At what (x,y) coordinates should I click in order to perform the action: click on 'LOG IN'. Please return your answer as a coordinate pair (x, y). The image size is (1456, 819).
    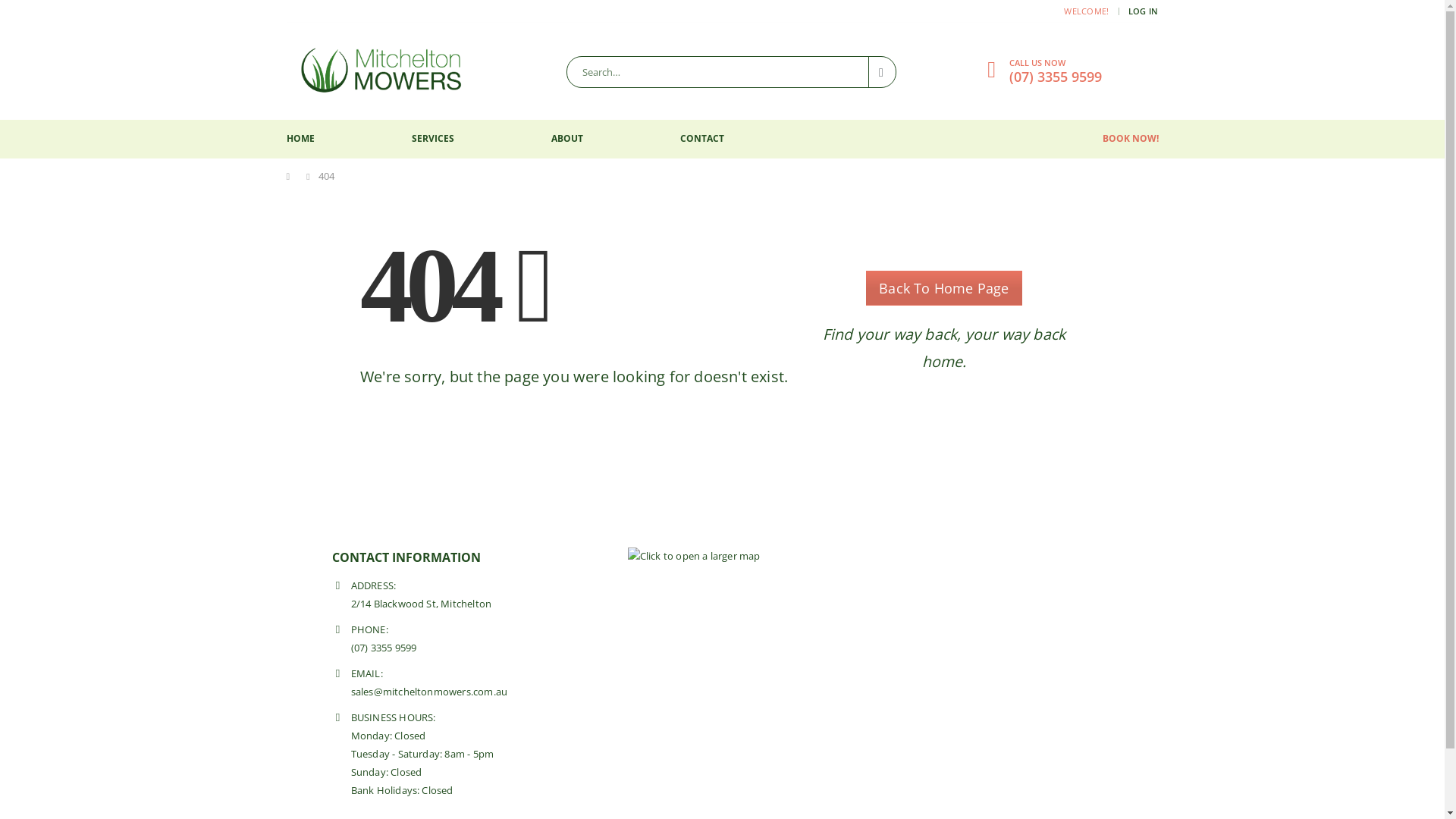
    Looking at the image, I should click on (1128, 11).